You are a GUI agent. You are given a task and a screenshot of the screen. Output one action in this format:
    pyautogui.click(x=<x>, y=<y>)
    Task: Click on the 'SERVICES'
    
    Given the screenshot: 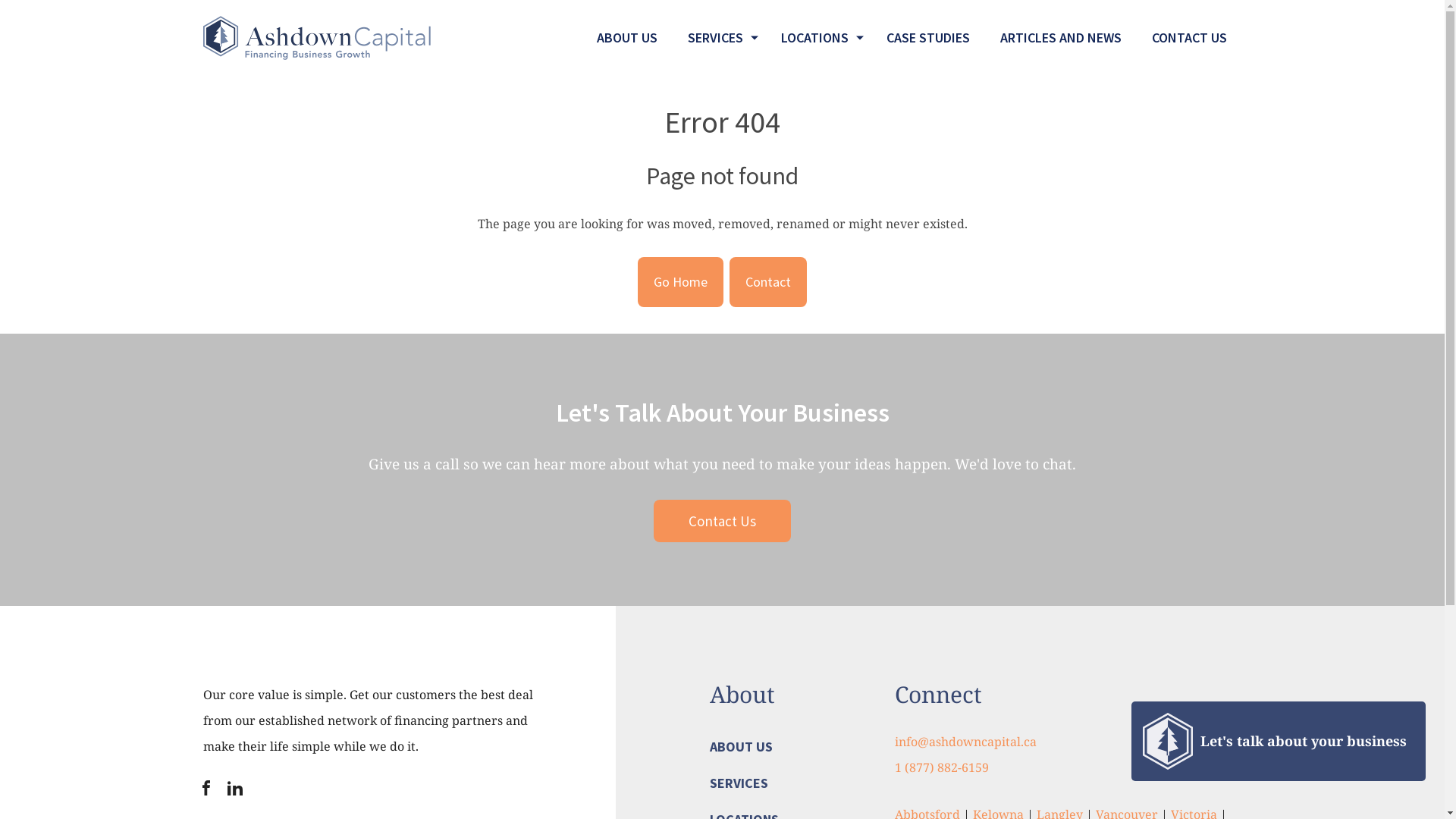 What is the action you would take?
    pyautogui.click(x=717, y=37)
    